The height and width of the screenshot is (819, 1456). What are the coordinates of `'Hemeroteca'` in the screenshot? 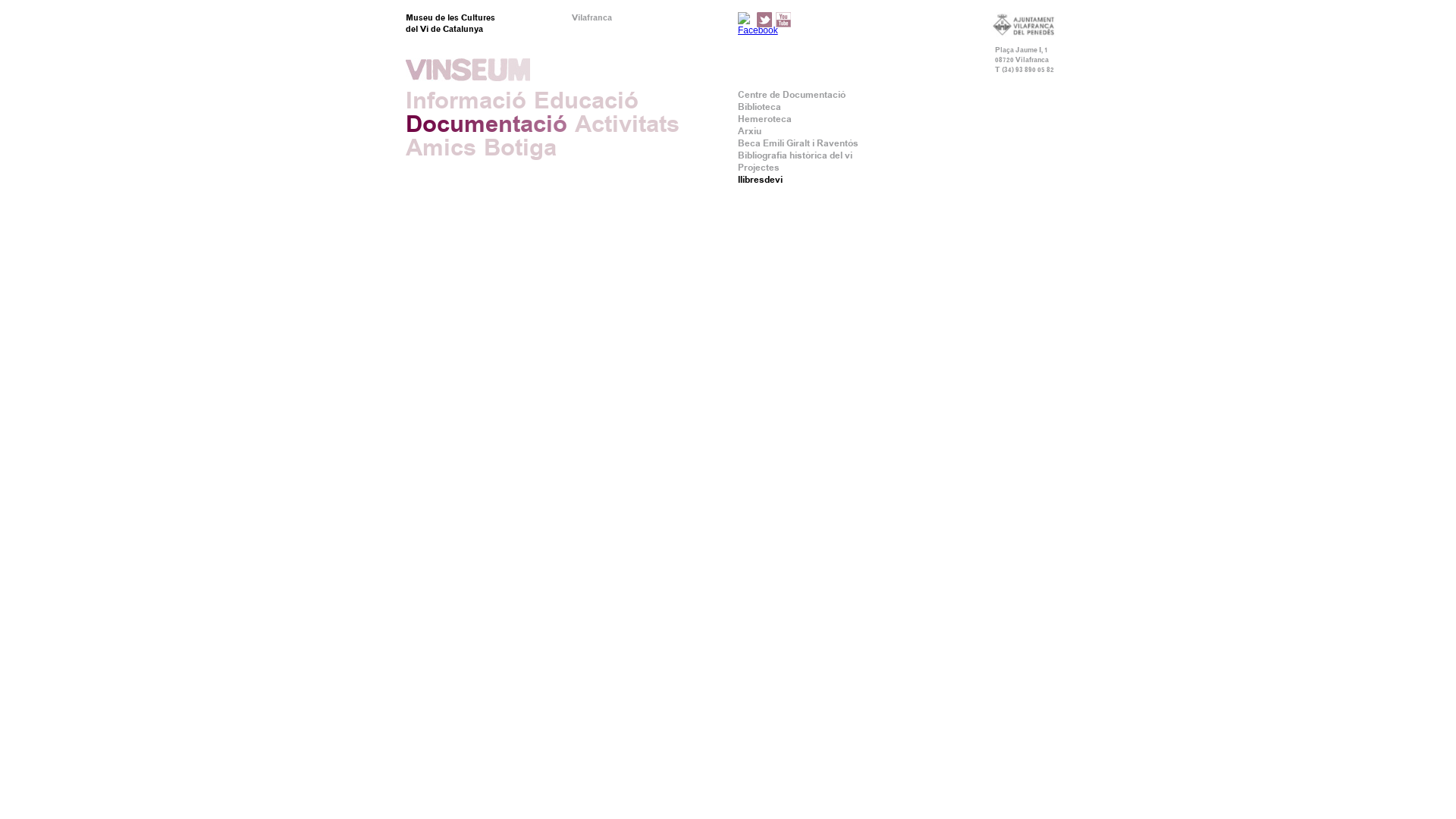 It's located at (738, 118).